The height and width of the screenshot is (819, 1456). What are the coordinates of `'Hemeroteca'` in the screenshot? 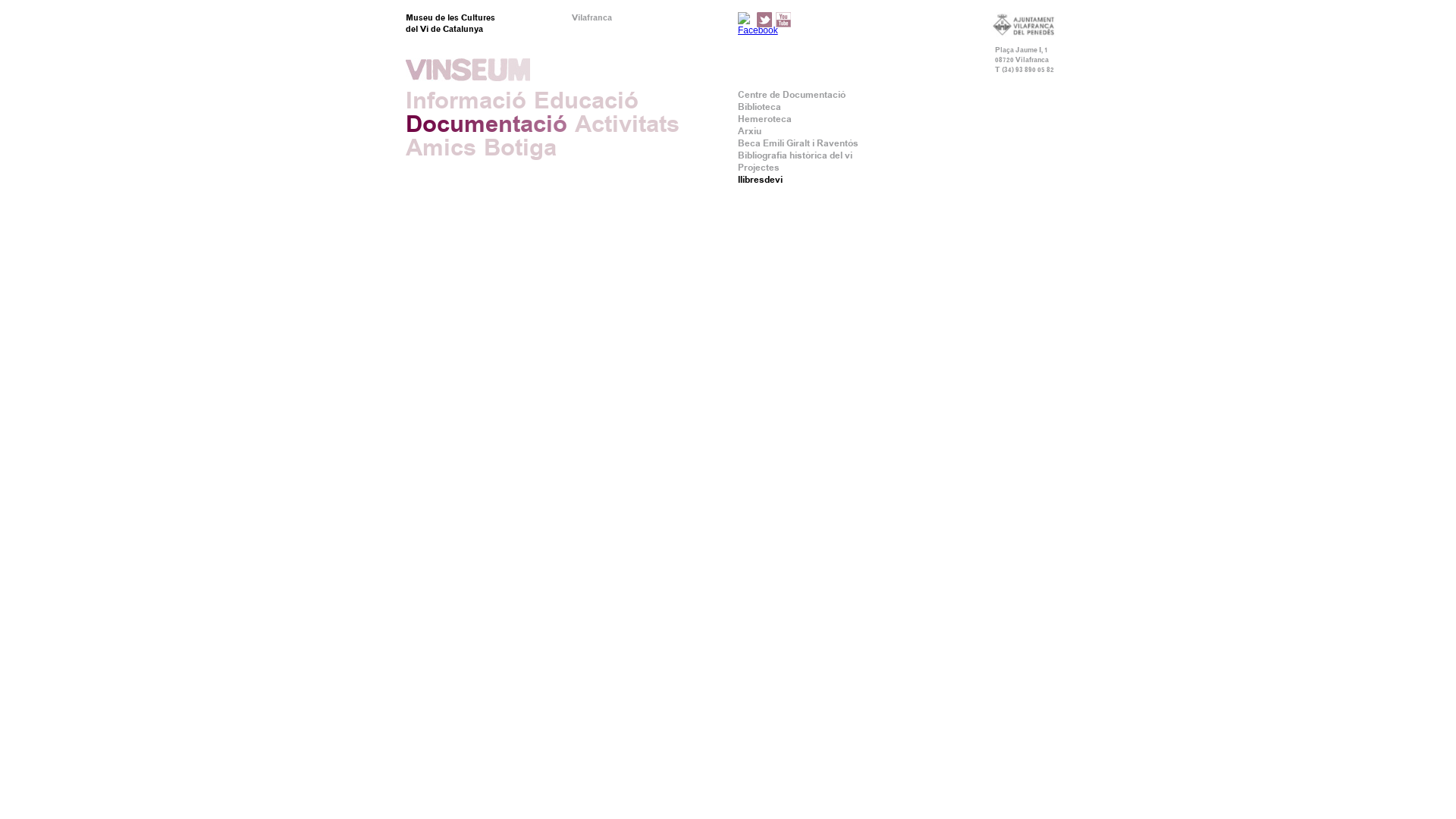 It's located at (738, 118).